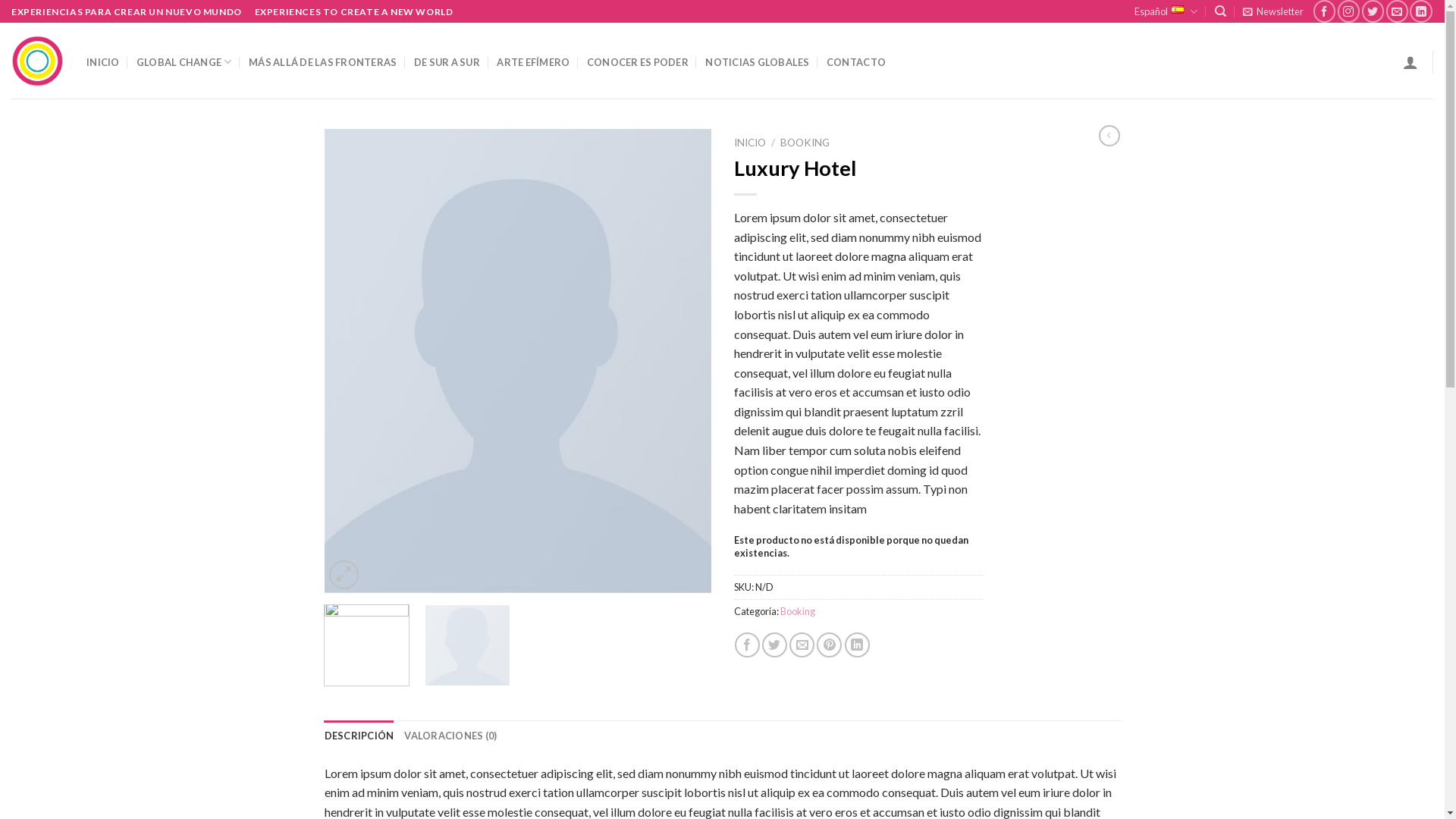  I want to click on 'Booking', so click(796, 610).